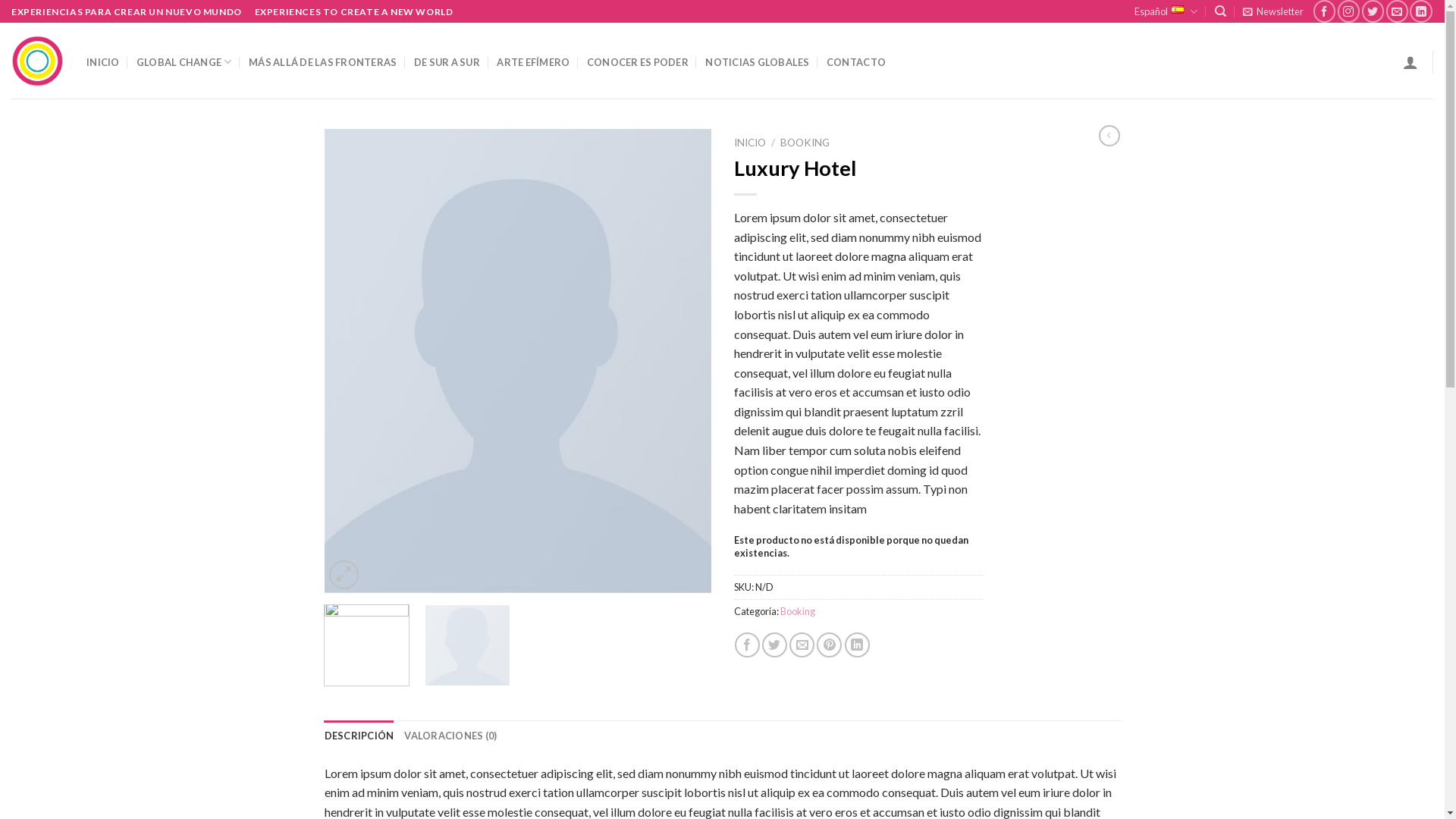  I want to click on 'Booking', so click(796, 610).